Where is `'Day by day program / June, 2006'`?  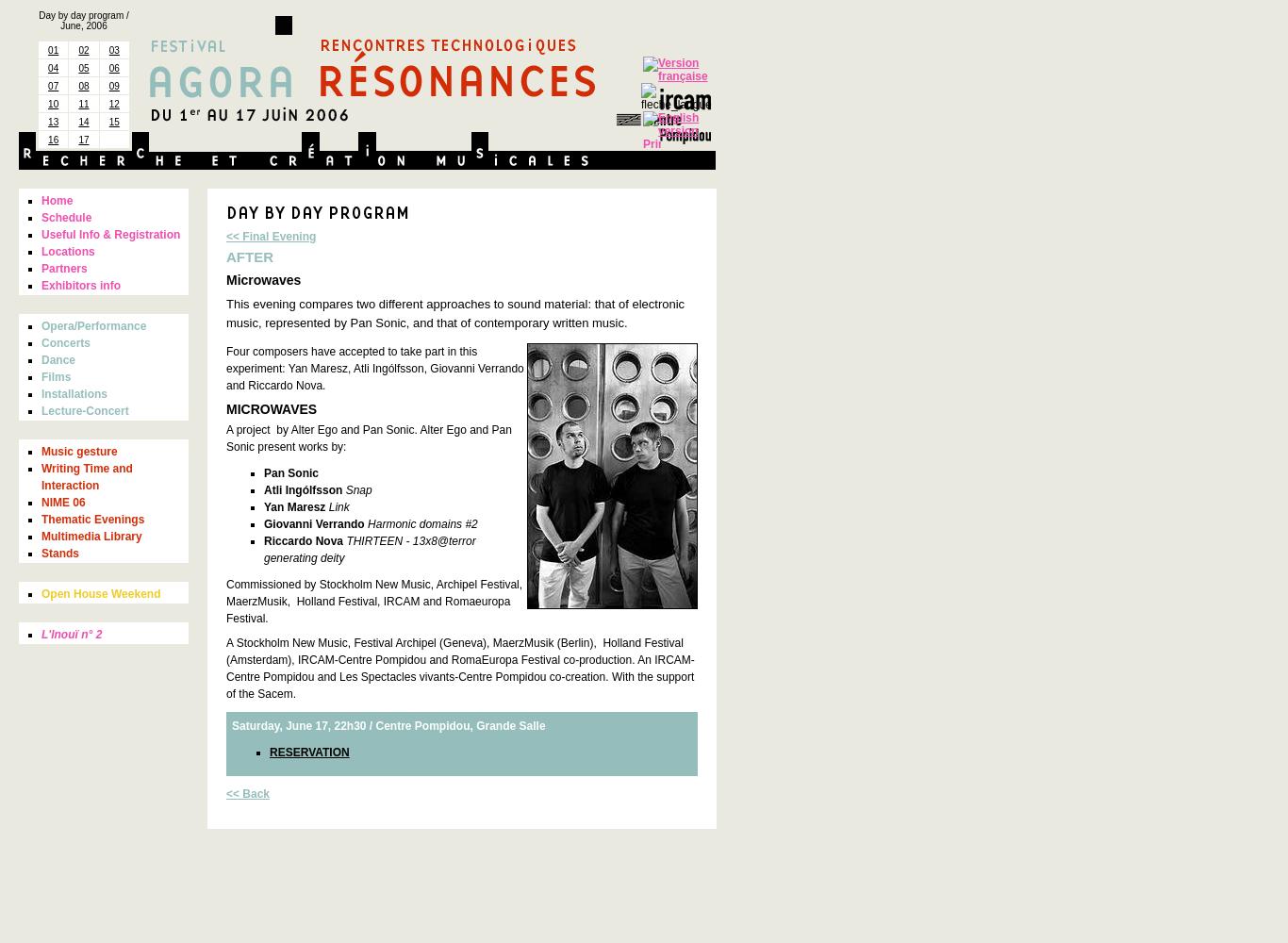
'Day by day program / June, 2006' is located at coordinates (83, 21).